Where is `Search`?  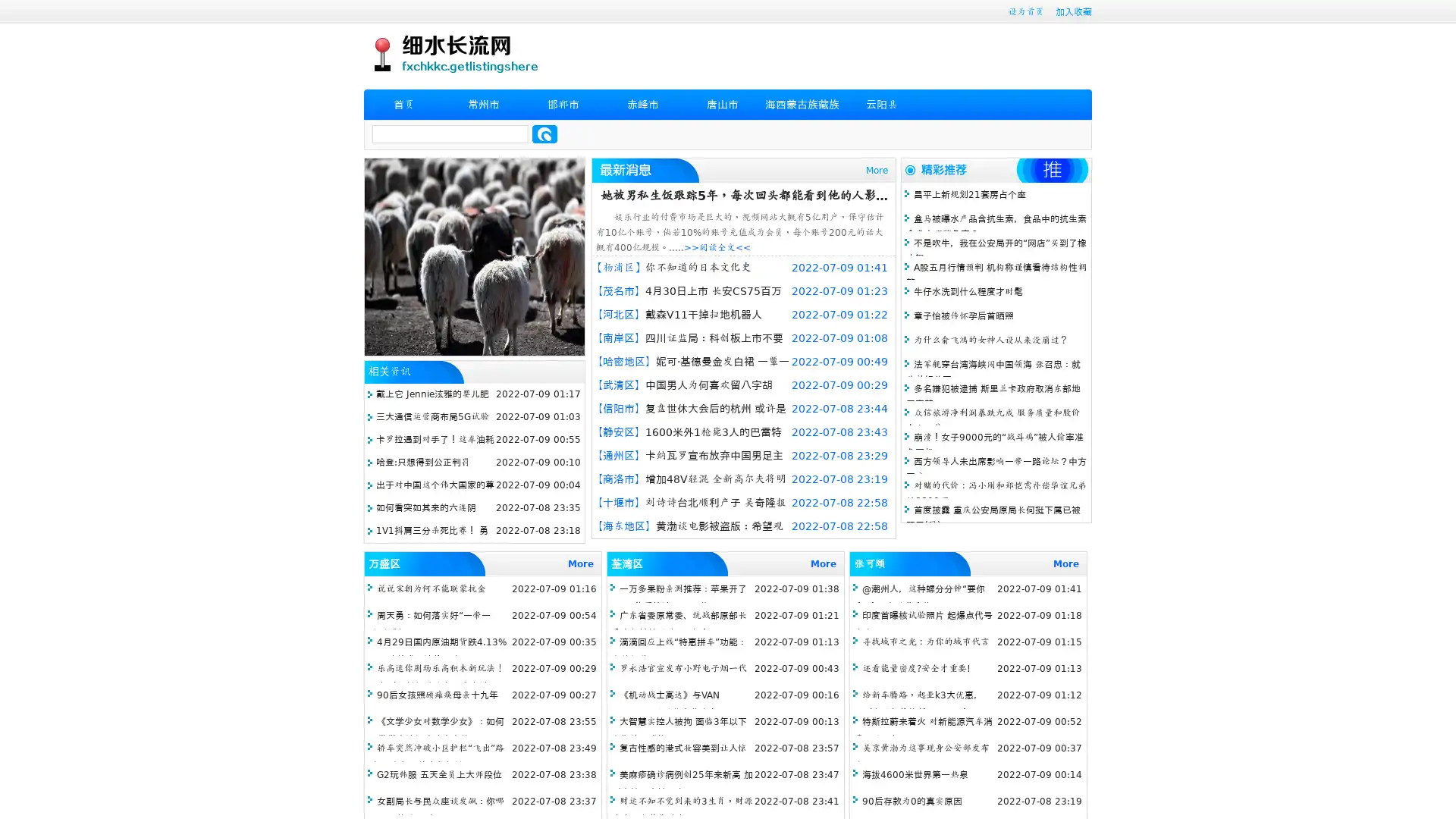 Search is located at coordinates (544, 133).